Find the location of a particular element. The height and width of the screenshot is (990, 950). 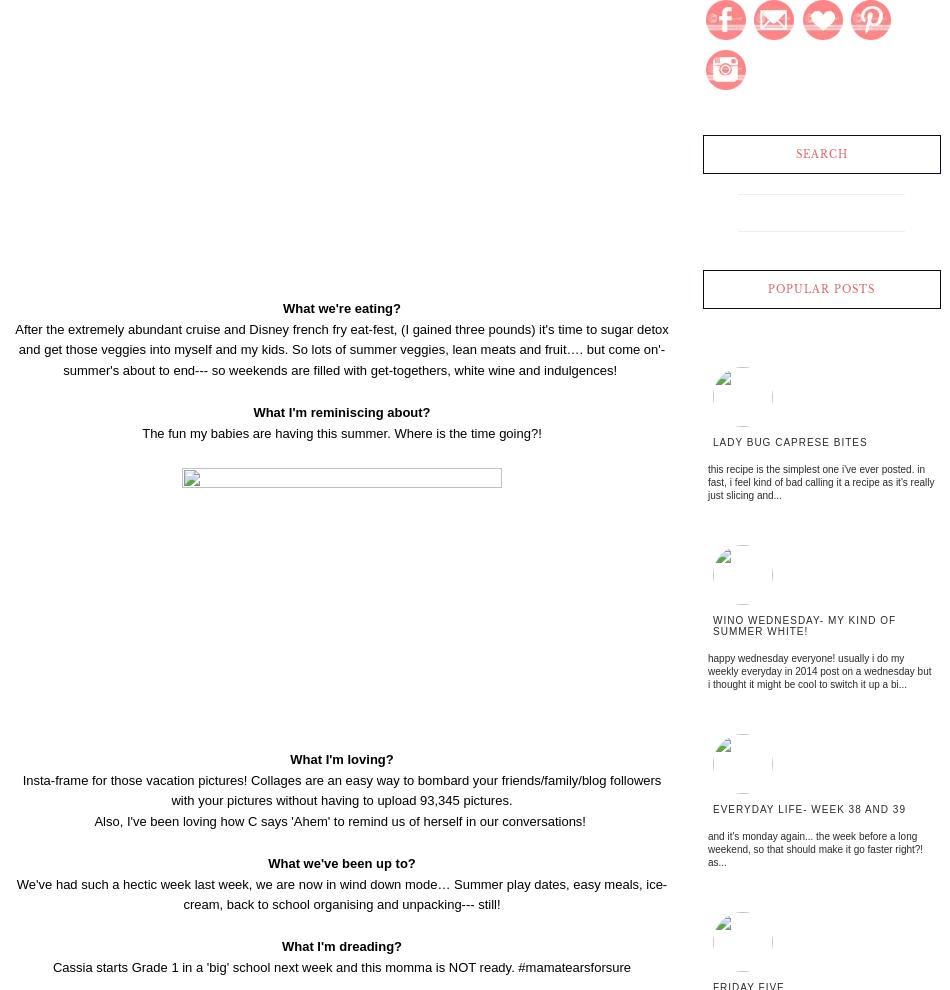

'Also, I've been loving how C says 'Ahem' to remind us of herself in our conversations!' is located at coordinates (340, 820).